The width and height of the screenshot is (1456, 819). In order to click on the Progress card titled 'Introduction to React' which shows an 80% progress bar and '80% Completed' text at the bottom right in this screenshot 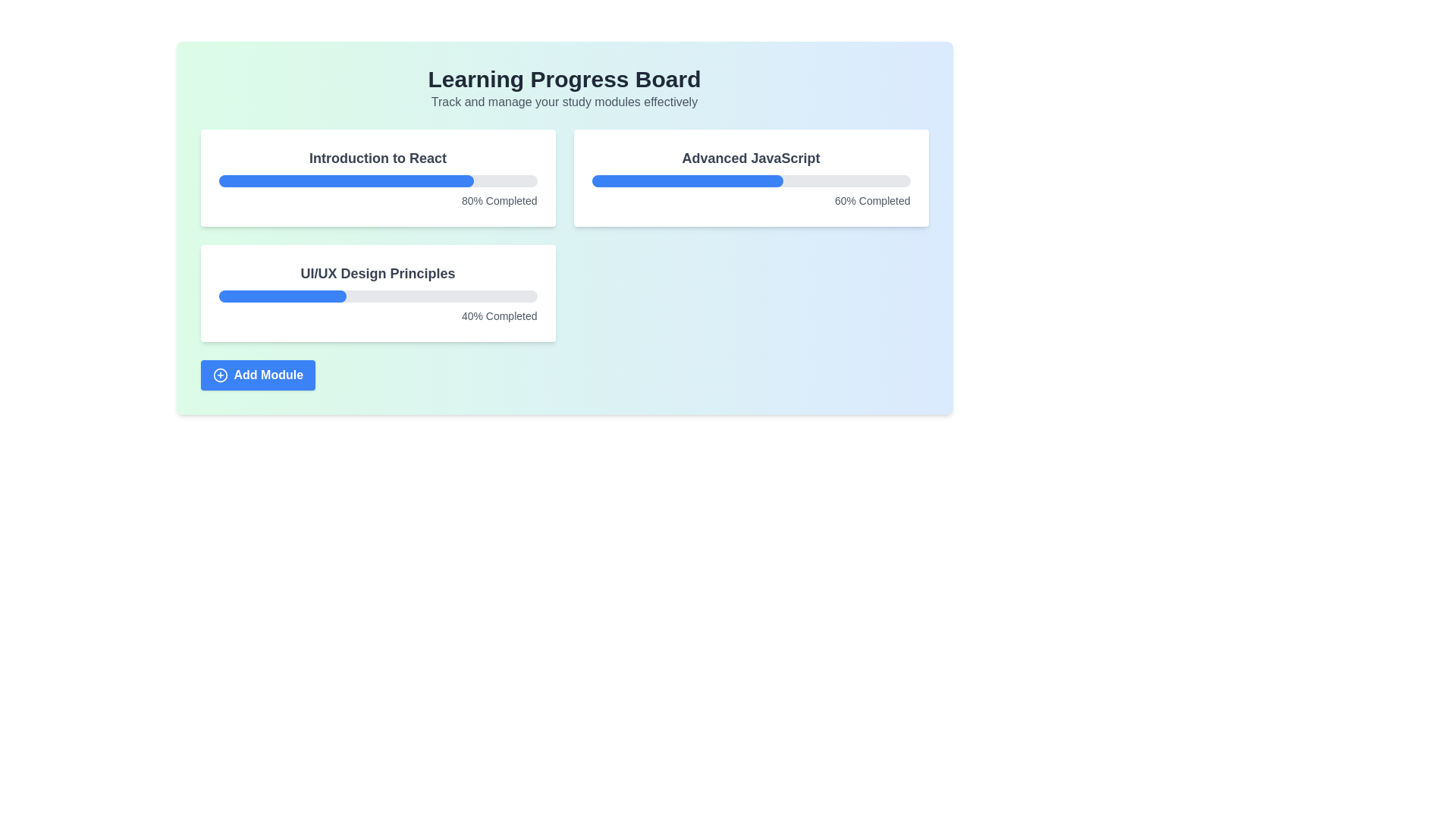, I will do `click(378, 177)`.